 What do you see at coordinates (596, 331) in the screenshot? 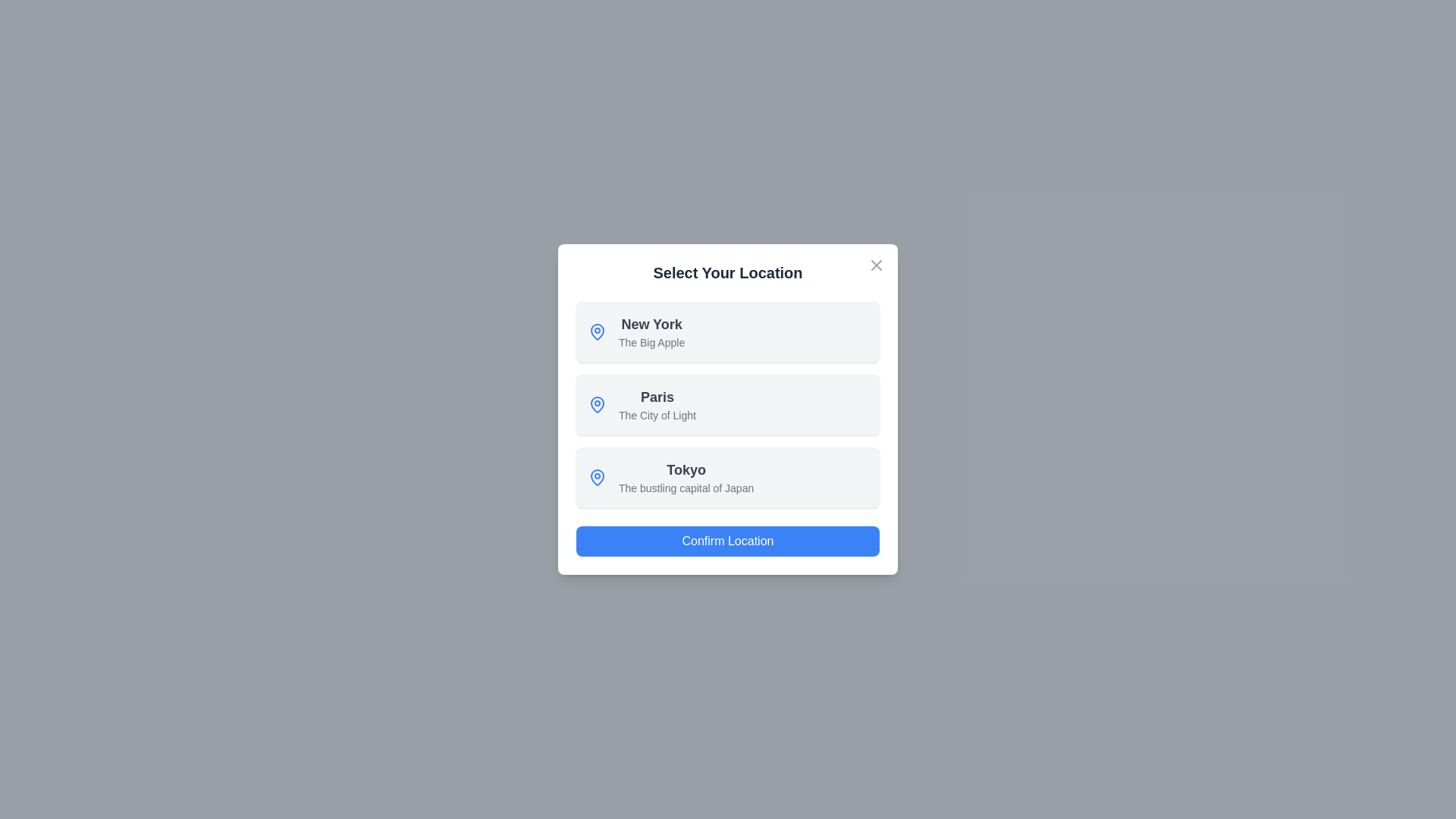
I see `the map pin icon for New York` at bounding box center [596, 331].